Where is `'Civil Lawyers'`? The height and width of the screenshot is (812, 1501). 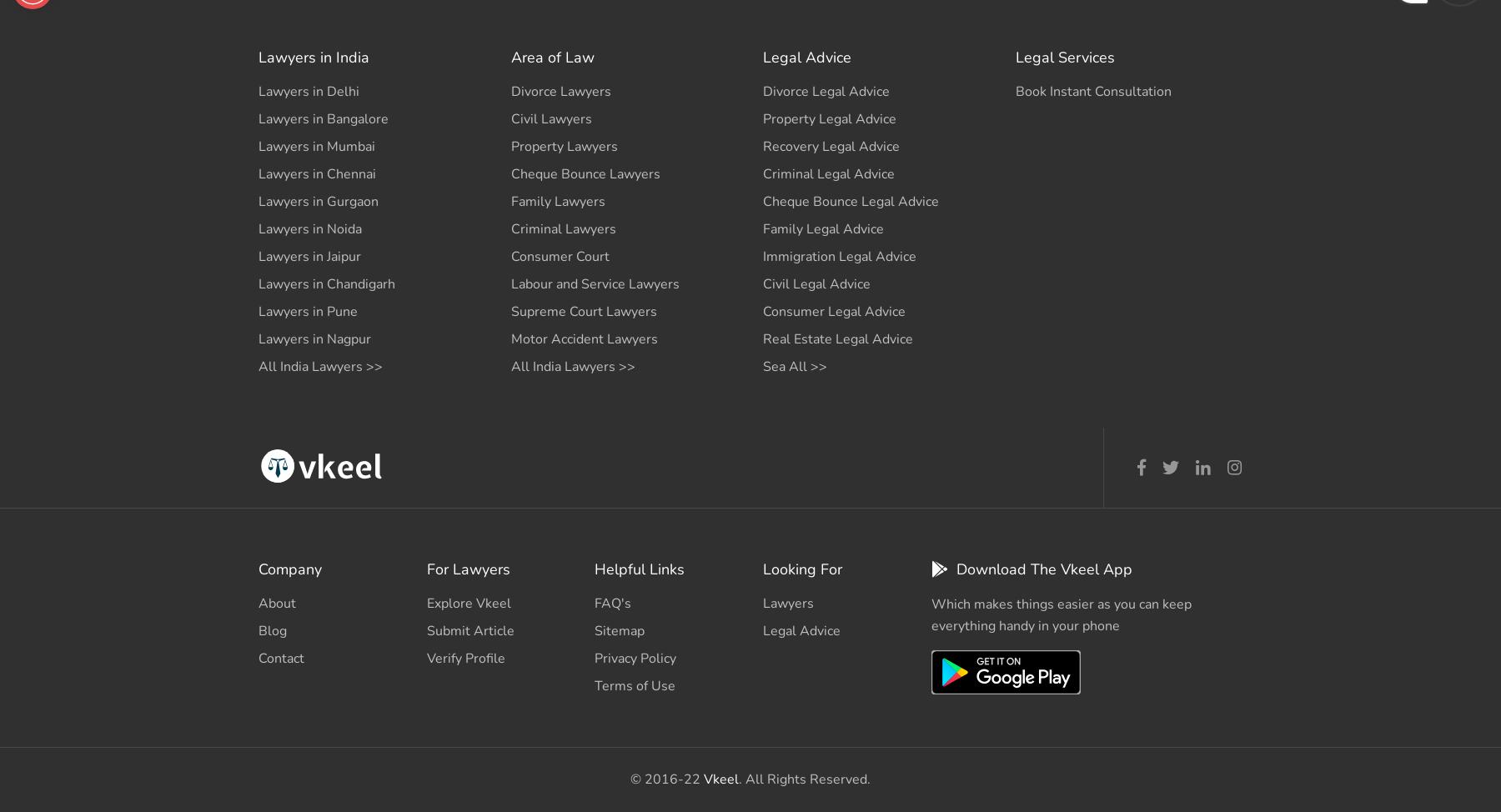
'Civil Lawyers' is located at coordinates (550, 118).